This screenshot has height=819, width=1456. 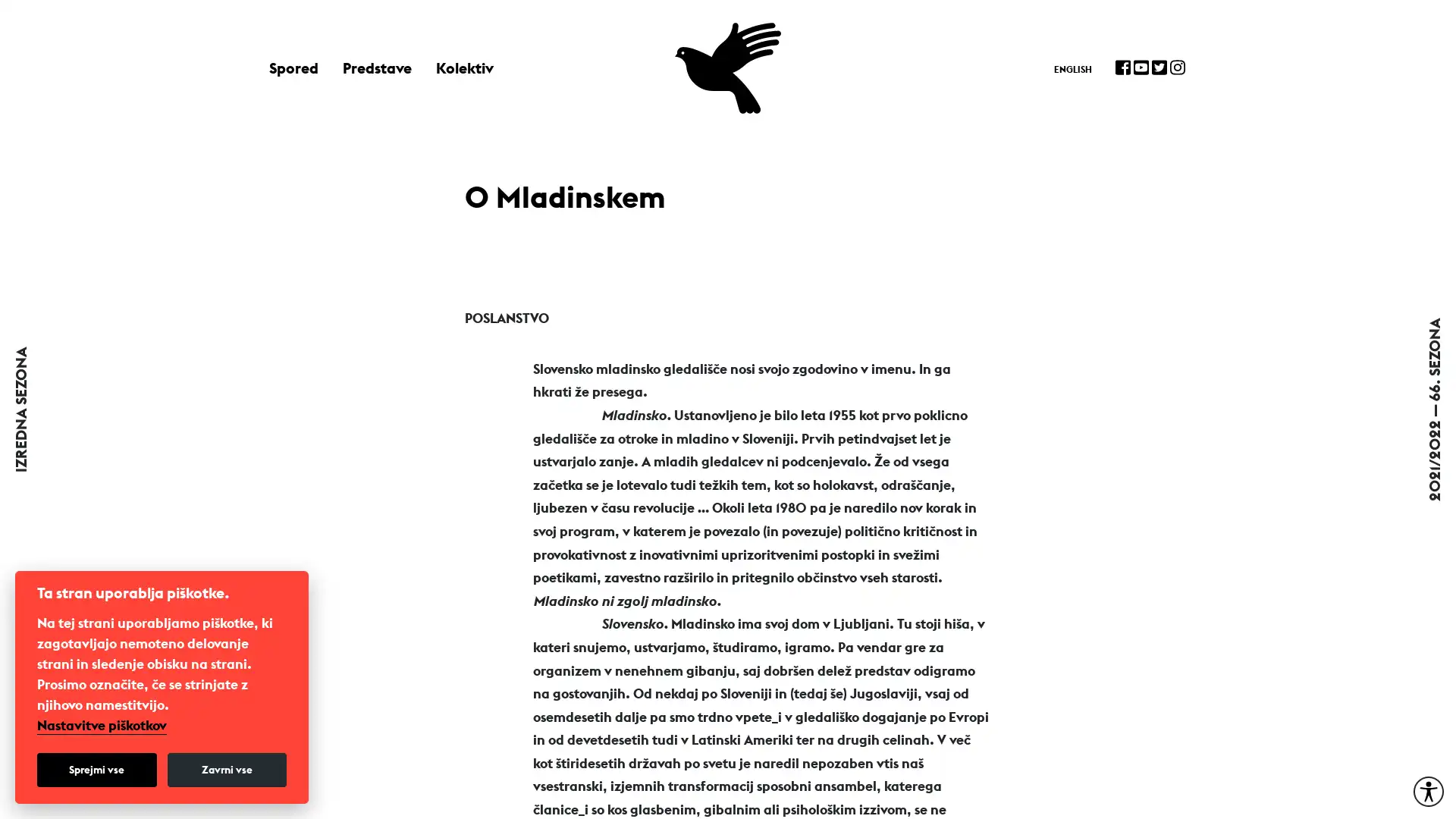 What do you see at coordinates (95, 769) in the screenshot?
I see `Sprejmi vse` at bounding box center [95, 769].